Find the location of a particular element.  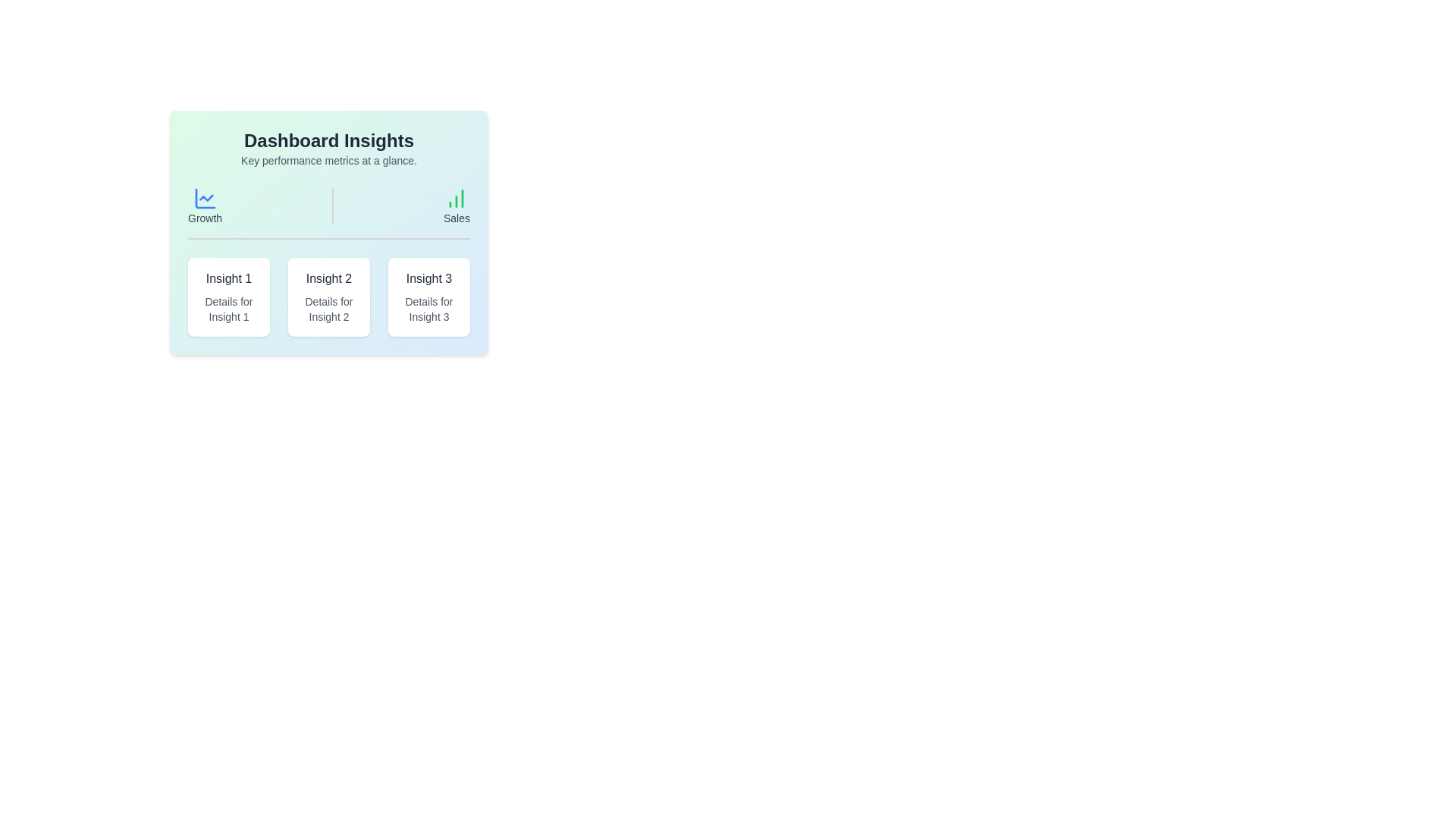

static text label that reads 'Details for Insight 2', located below the bold title 'Insight 2' within the center card under 'Dashboard Insights' is located at coordinates (328, 309).